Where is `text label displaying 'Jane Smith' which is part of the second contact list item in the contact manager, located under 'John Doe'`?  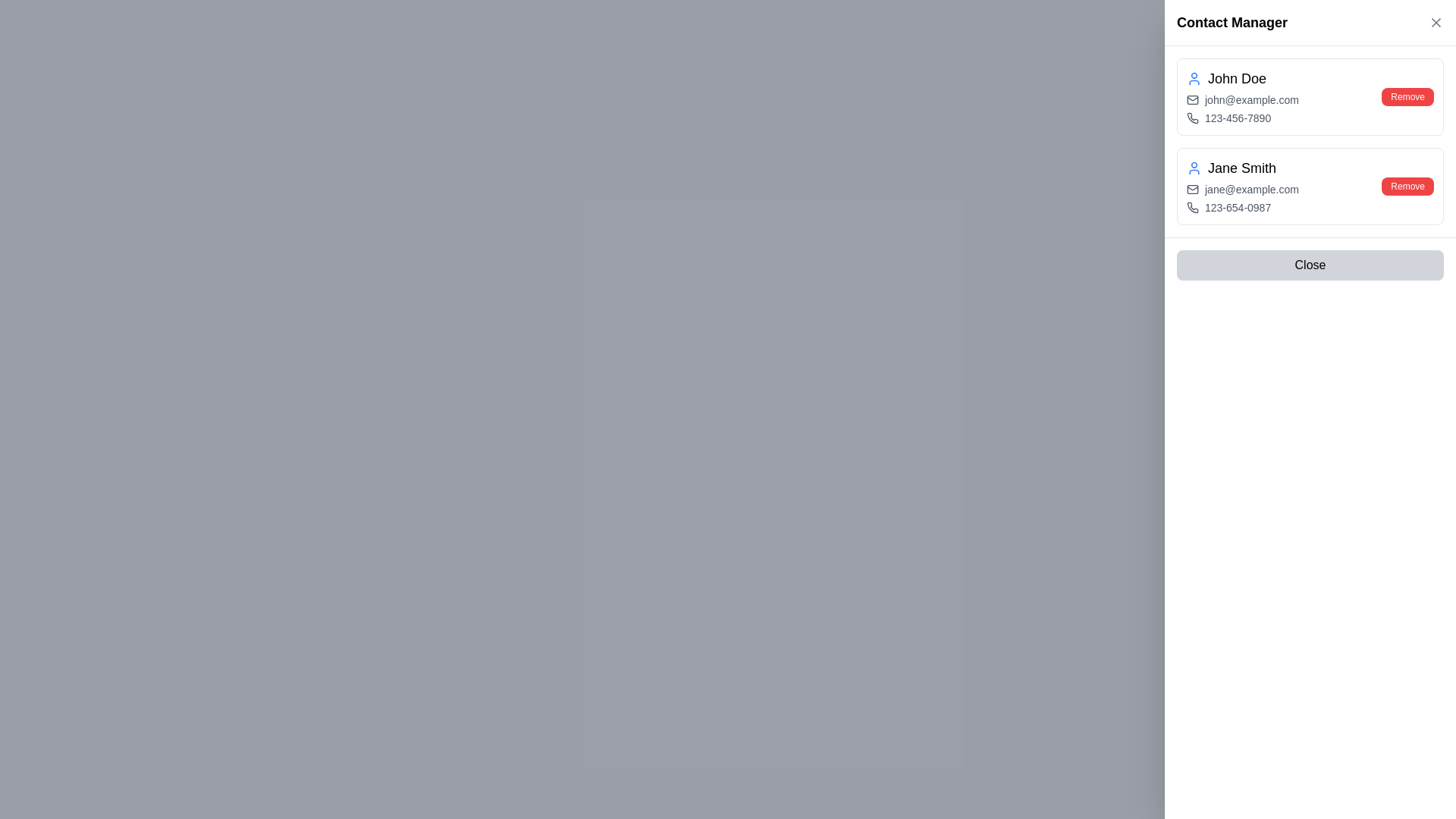 text label displaying 'Jane Smith' which is part of the second contact list item in the contact manager, located under 'John Doe' is located at coordinates (1242, 168).